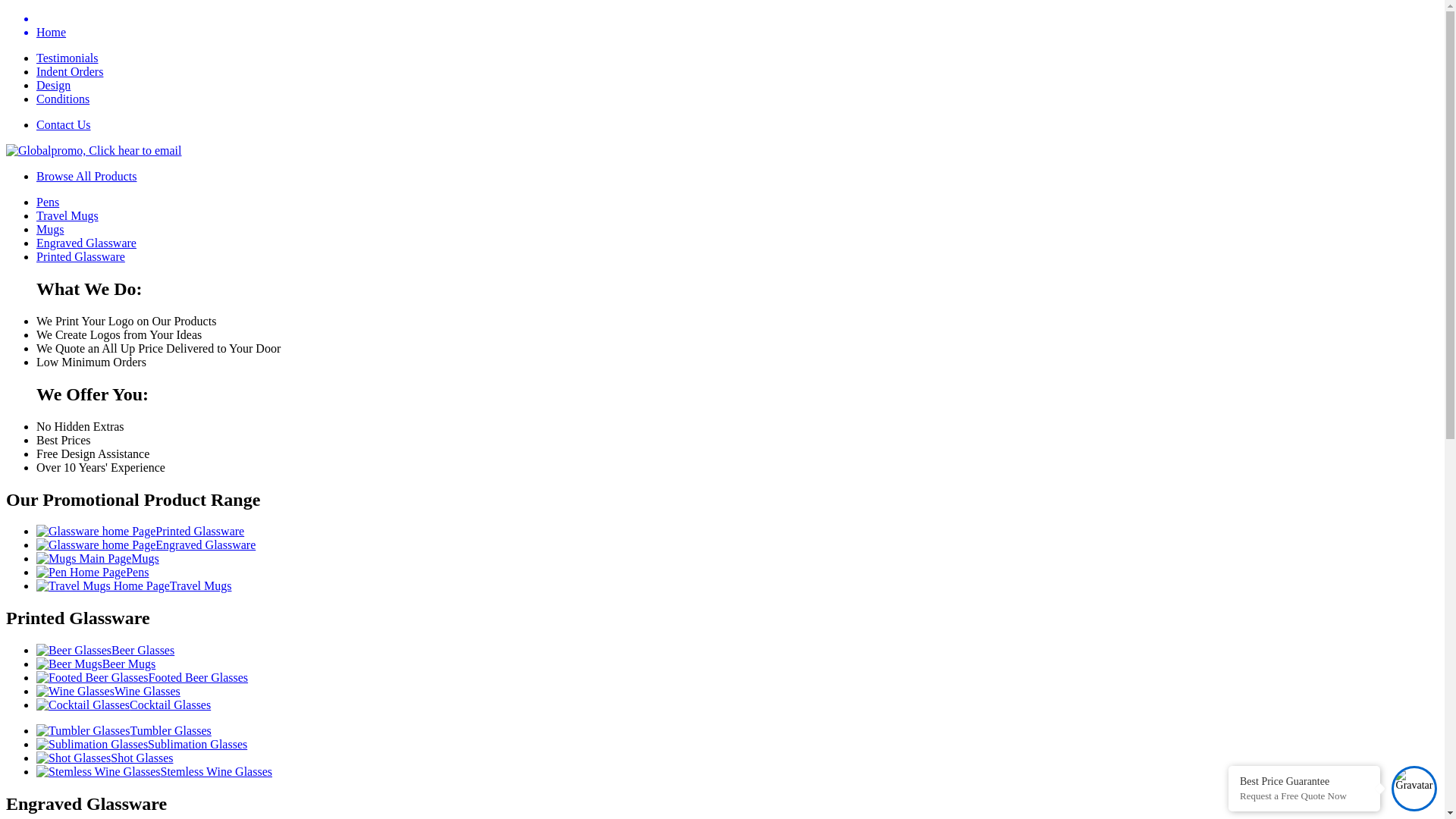 The height and width of the screenshot is (819, 1456). What do you see at coordinates (104, 758) in the screenshot?
I see `'Shot Glasses'` at bounding box center [104, 758].